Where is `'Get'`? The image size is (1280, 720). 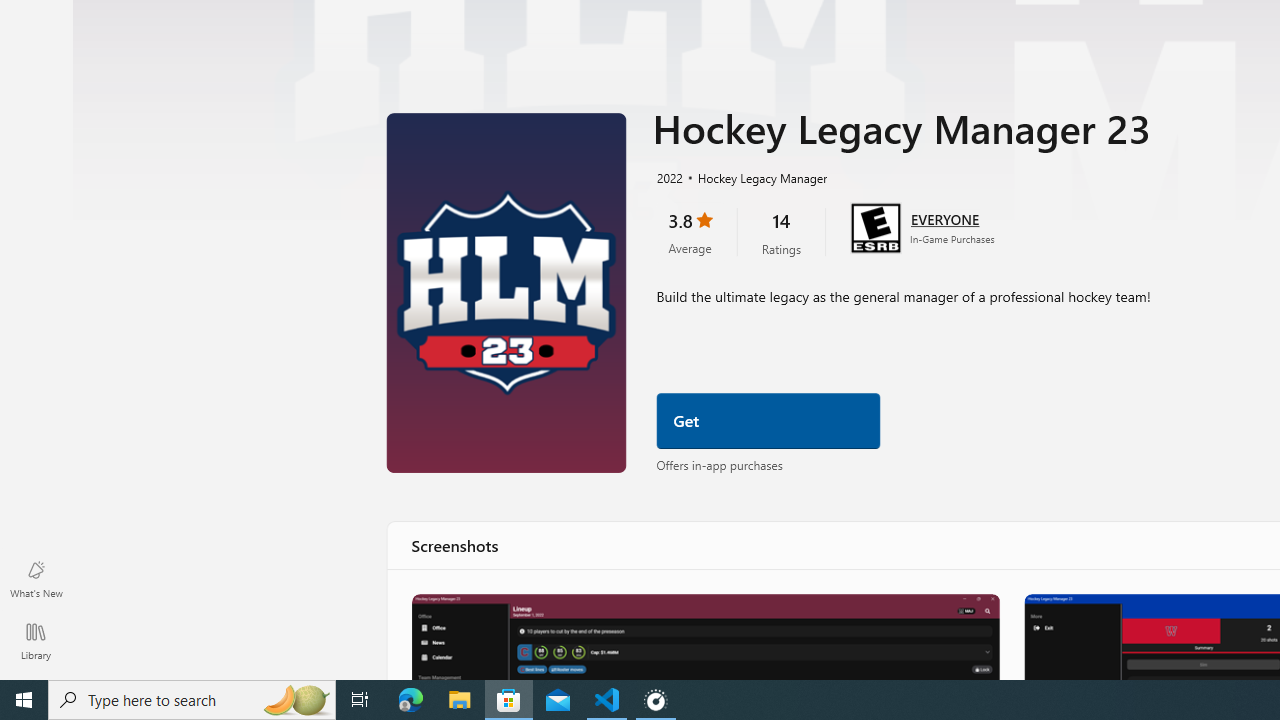
'Get' is located at coordinates (767, 420).